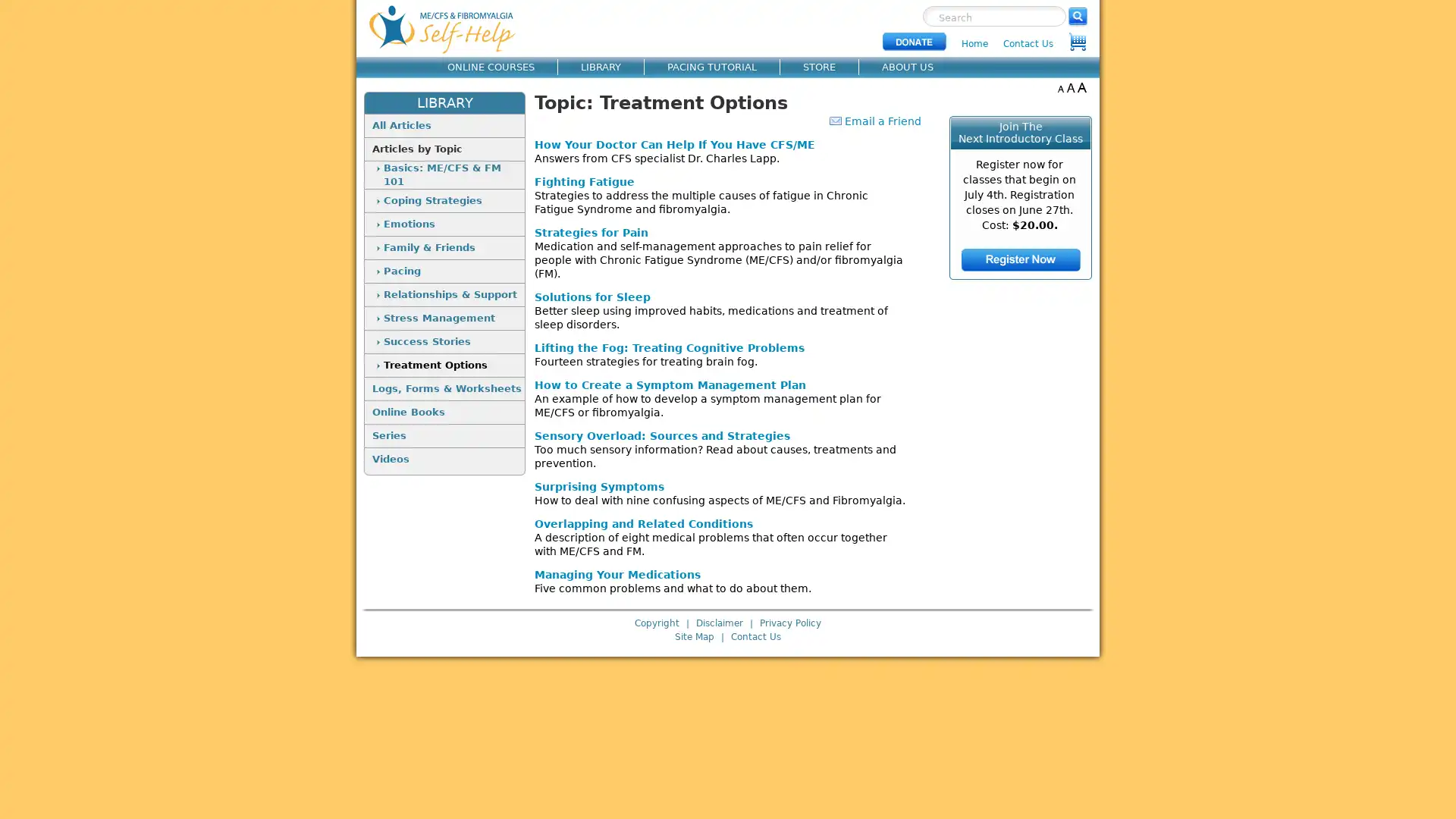 The height and width of the screenshot is (819, 1456). Describe the element at coordinates (1081, 87) in the screenshot. I see `A` at that location.